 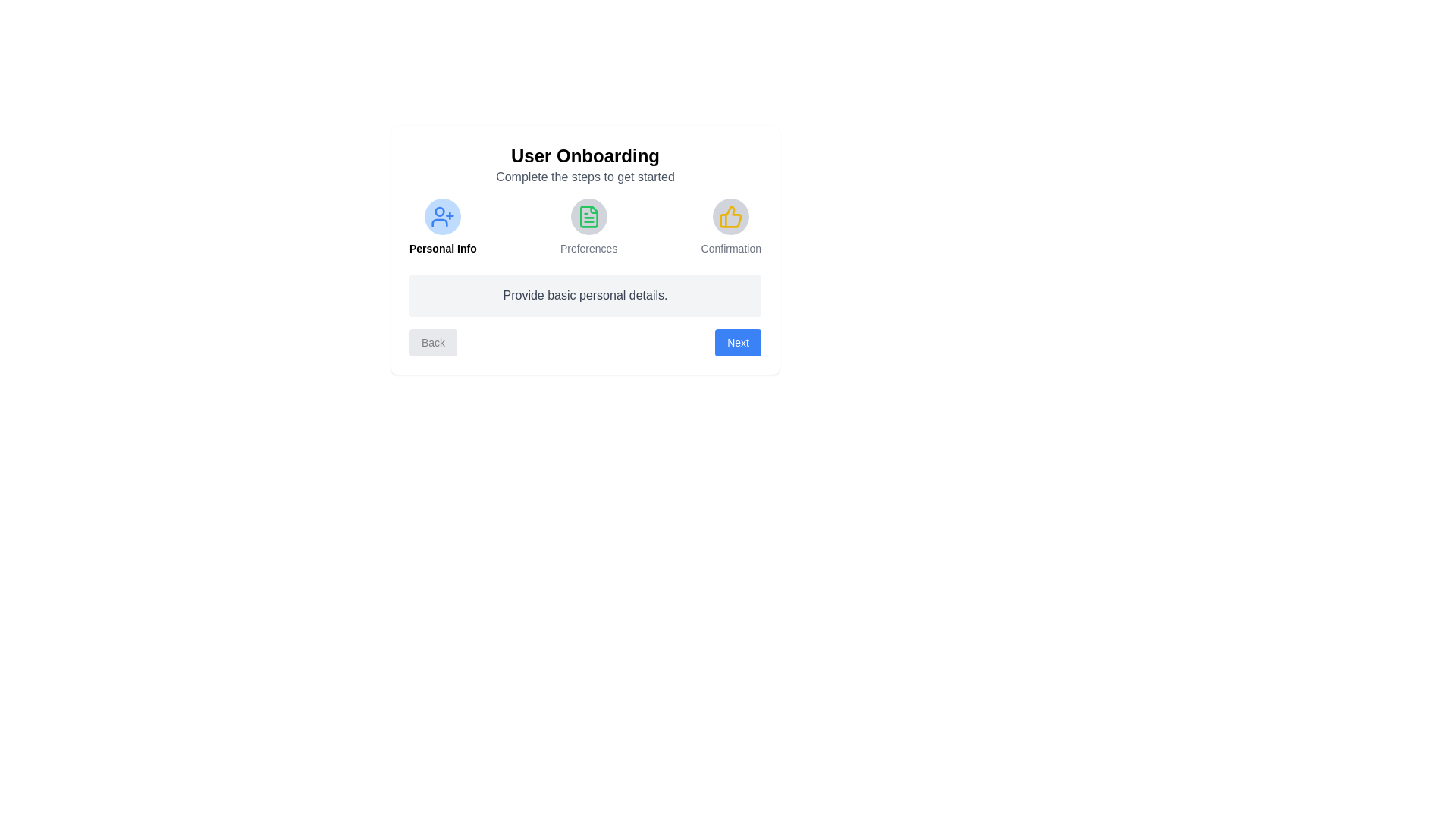 I want to click on the step Confirmation to navigate to the respective step, so click(x=731, y=227).